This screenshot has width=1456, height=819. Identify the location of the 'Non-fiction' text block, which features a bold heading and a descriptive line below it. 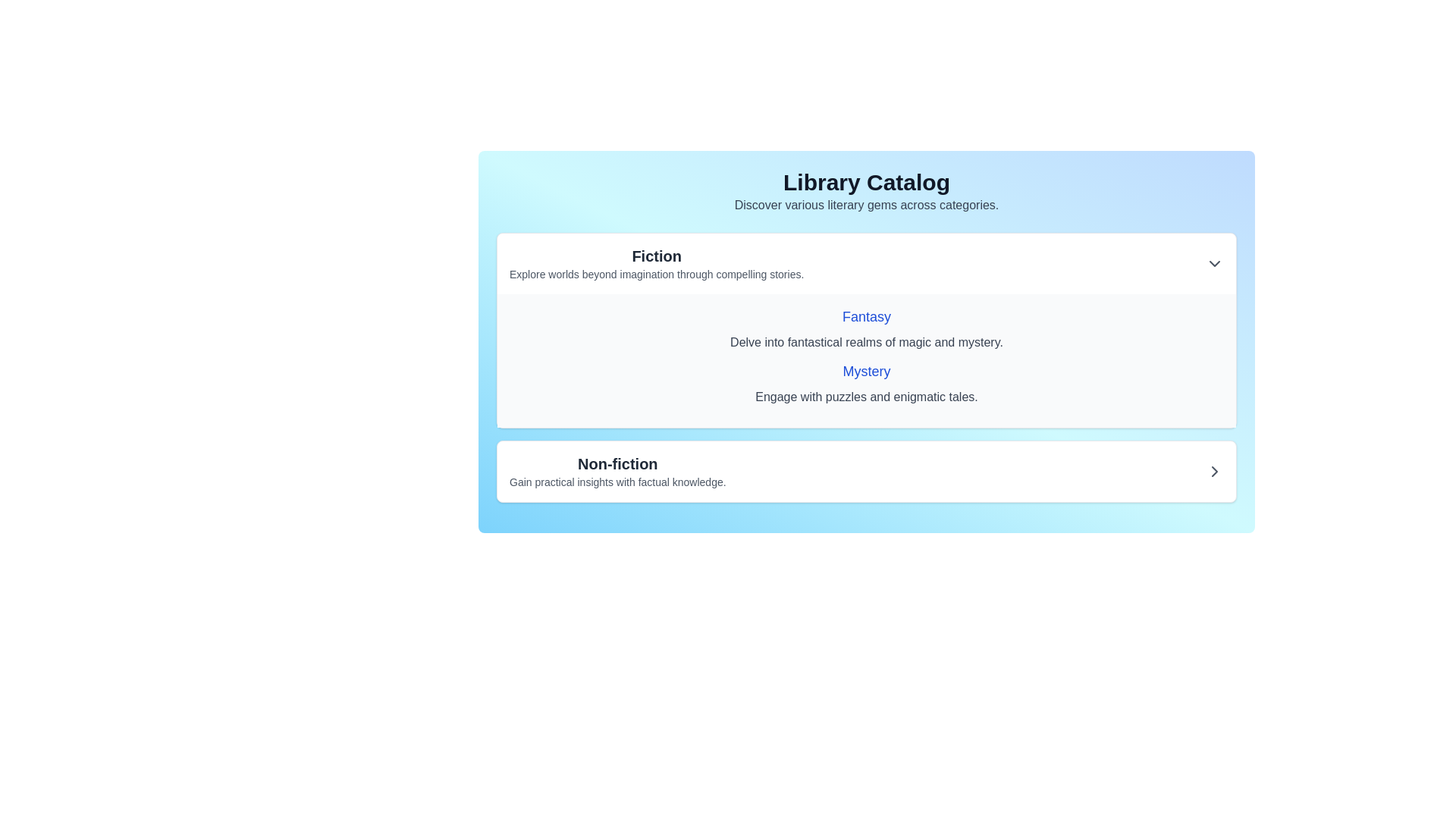
(617, 470).